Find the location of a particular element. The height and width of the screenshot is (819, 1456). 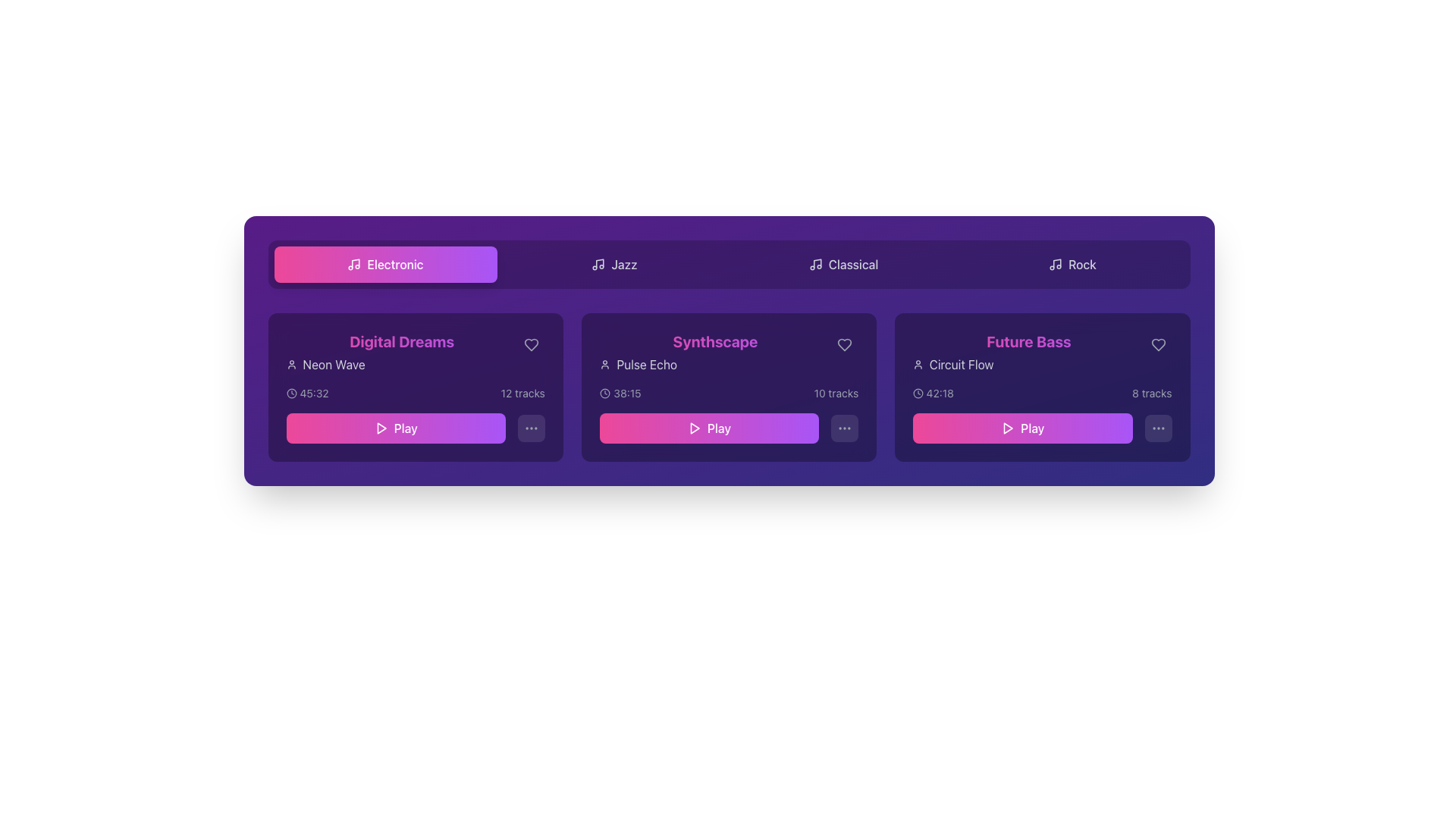

the decorative graphical icon resembling a clock, which is located to the left of the text '38:15' in the middle card of the three displayed cards titled 'Digital Dreams', 'Synthscape', and 'Future Bass' is located at coordinates (604, 393).